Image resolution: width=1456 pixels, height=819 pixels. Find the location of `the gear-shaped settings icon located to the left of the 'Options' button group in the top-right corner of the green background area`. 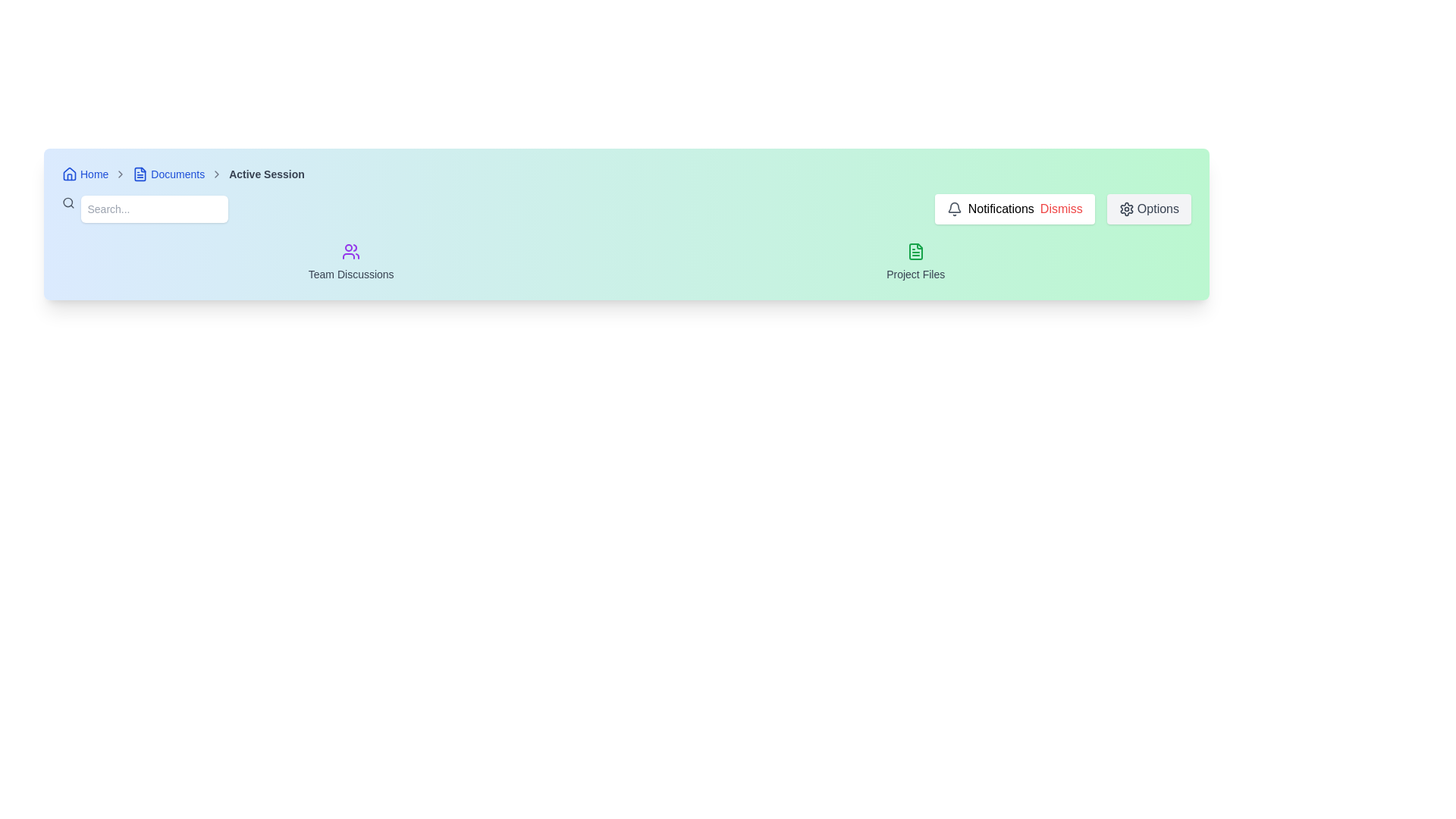

the gear-shaped settings icon located to the left of the 'Options' button group in the top-right corner of the green background area is located at coordinates (1126, 209).